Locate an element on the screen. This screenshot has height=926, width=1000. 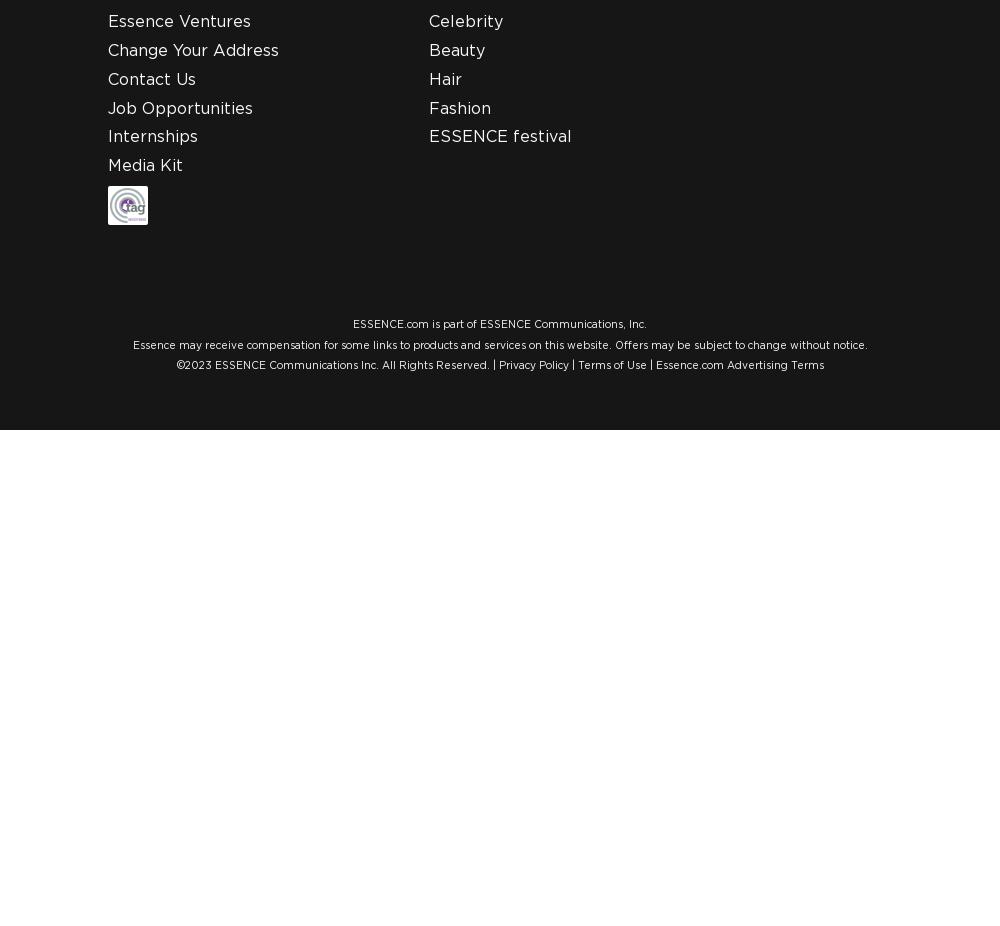
'Job Opportunities' is located at coordinates (180, 106).